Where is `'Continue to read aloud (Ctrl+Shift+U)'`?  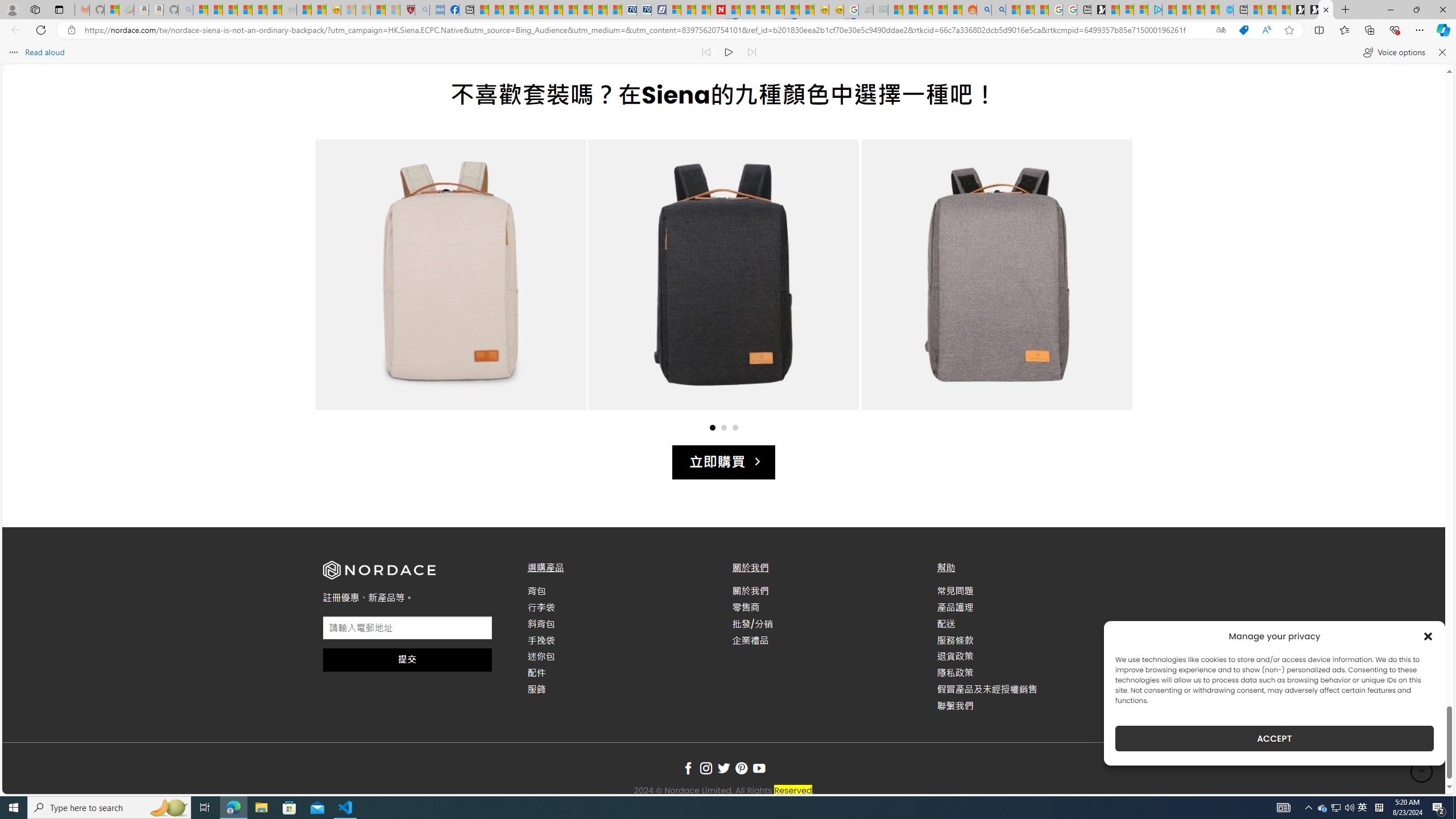 'Continue to read aloud (Ctrl+Shift+U)' is located at coordinates (729, 52).